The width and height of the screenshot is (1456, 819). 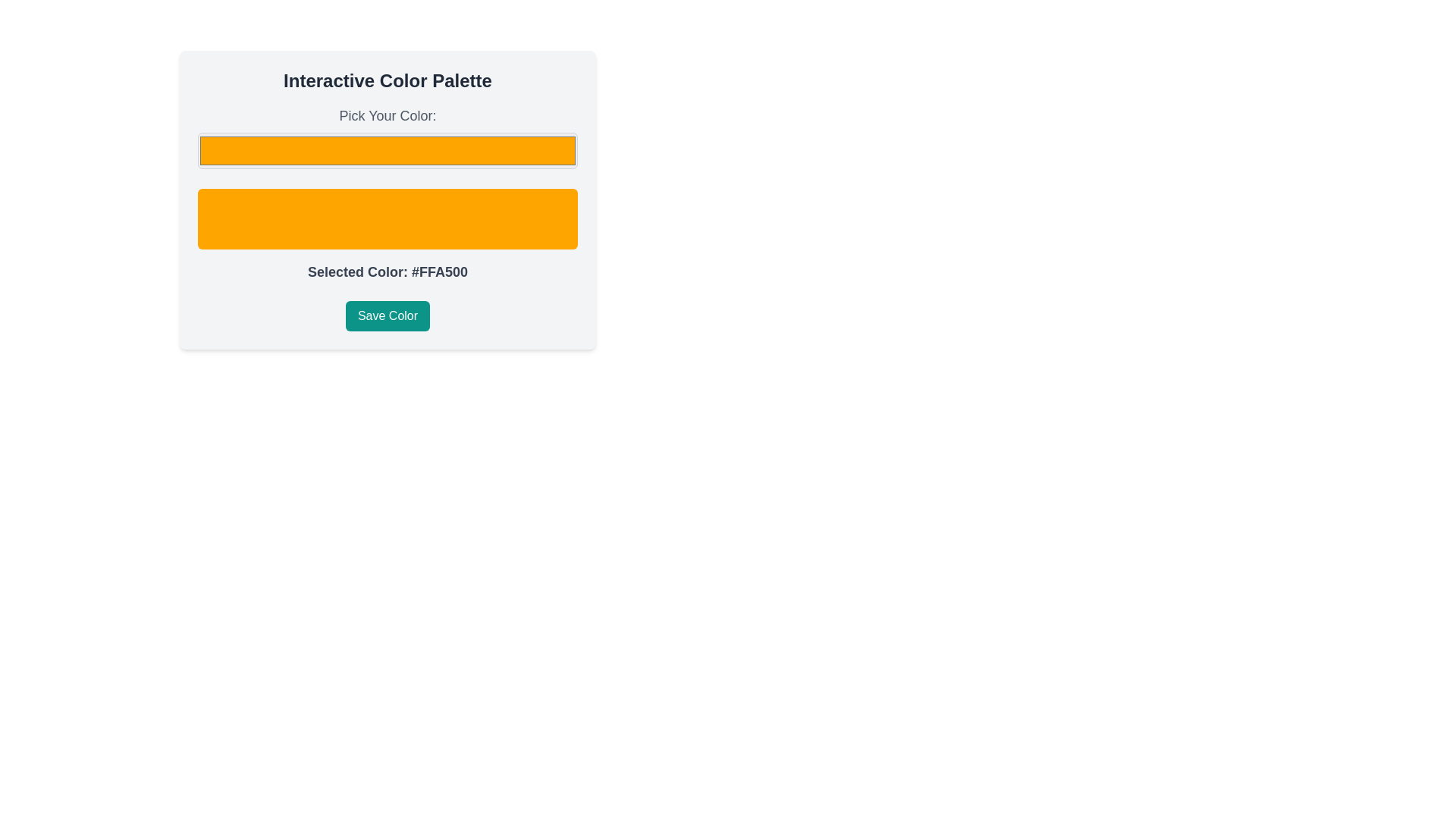 What do you see at coordinates (388, 271) in the screenshot?
I see `the text label displaying 'Selected Color: #FFA500', which shows the currently selected color in a large, bold font below the orange color preview box` at bounding box center [388, 271].